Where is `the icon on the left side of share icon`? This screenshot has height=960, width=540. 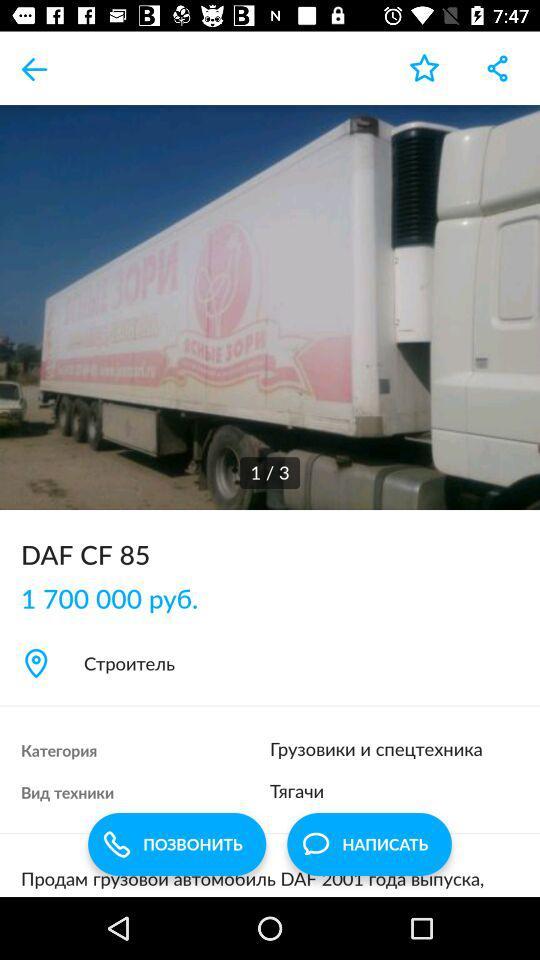
the icon on the left side of share icon is located at coordinates (423, 68).